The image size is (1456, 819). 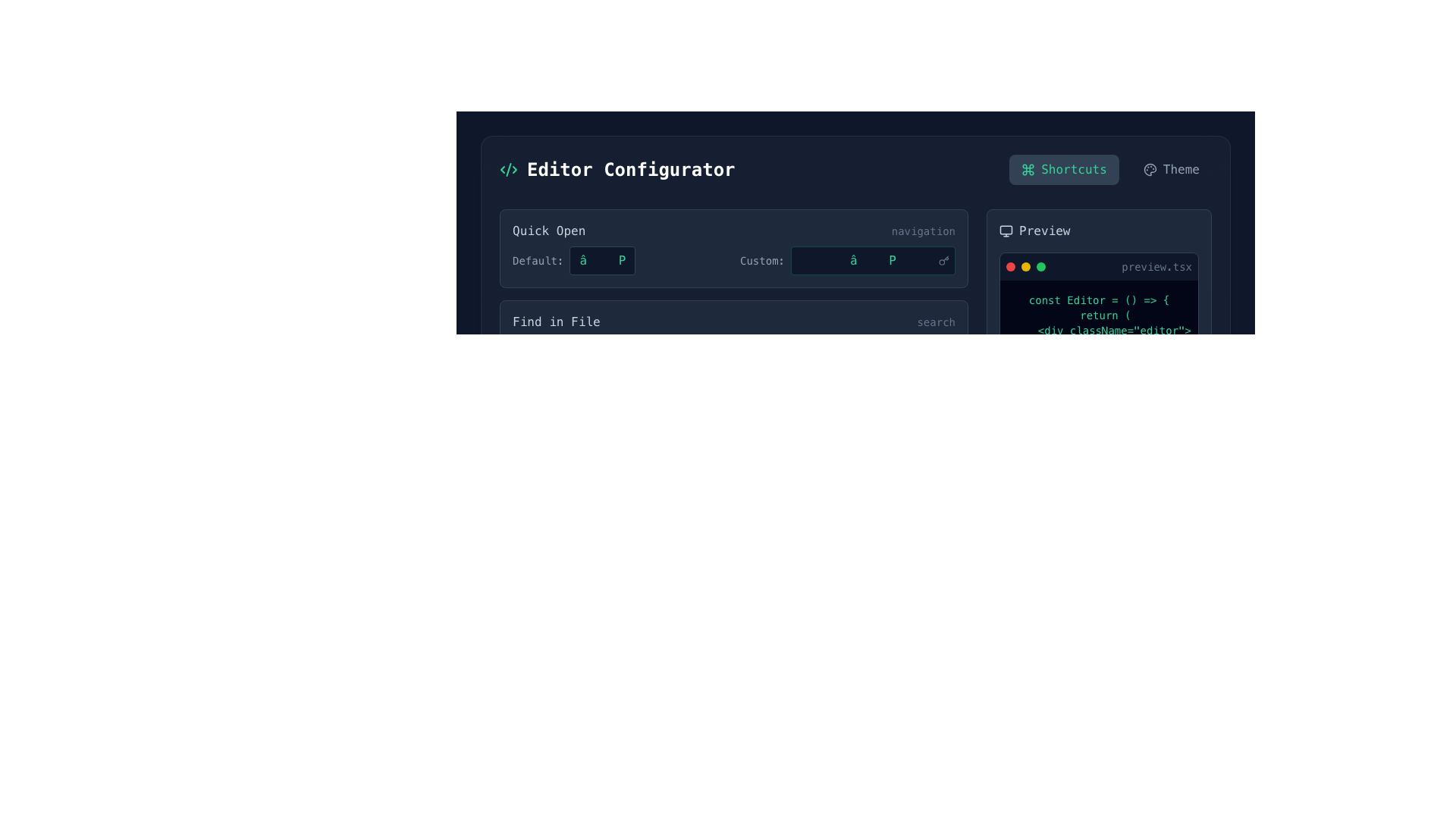 I want to click on the Code editor panel displaying the code snippet 'const Editor = () => { return ( <div className="editor"> // Your code here </div> ); };' which is under the header 'preview.tsx', so click(x=1099, y=338).